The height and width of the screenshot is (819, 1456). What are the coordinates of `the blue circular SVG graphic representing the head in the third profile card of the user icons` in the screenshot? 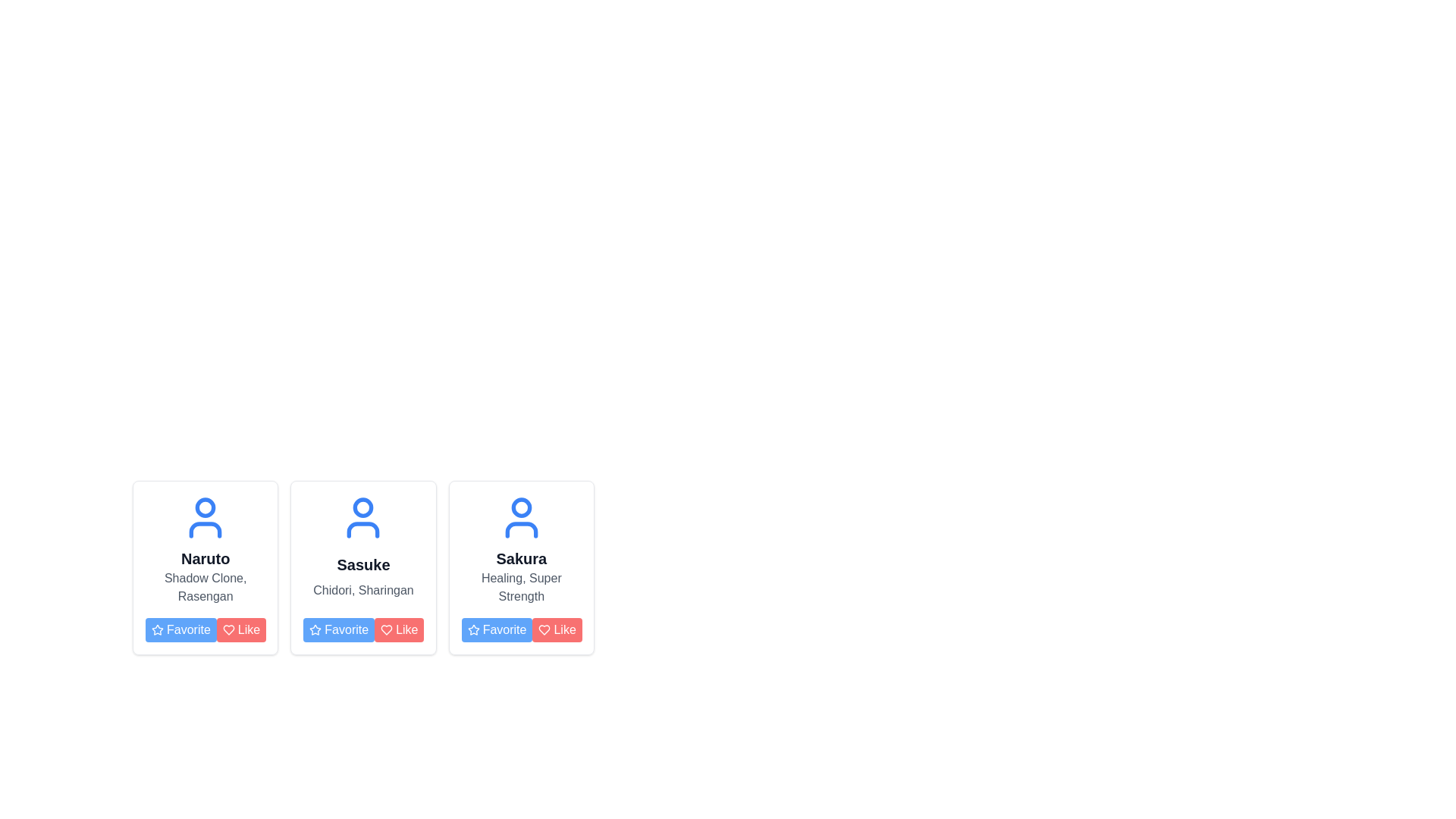 It's located at (521, 507).